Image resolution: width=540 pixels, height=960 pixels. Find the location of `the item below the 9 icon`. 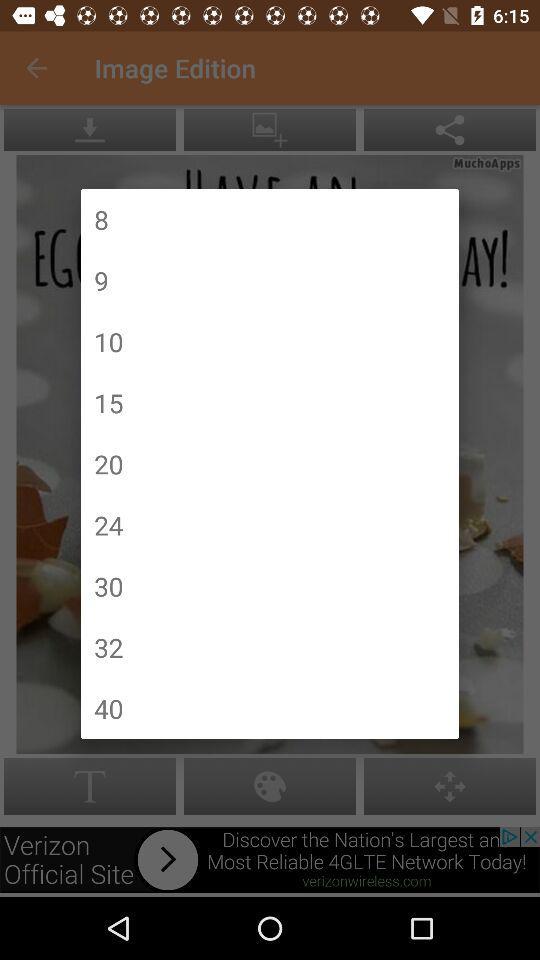

the item below the 9 icon is located at coordinates (108, 341).